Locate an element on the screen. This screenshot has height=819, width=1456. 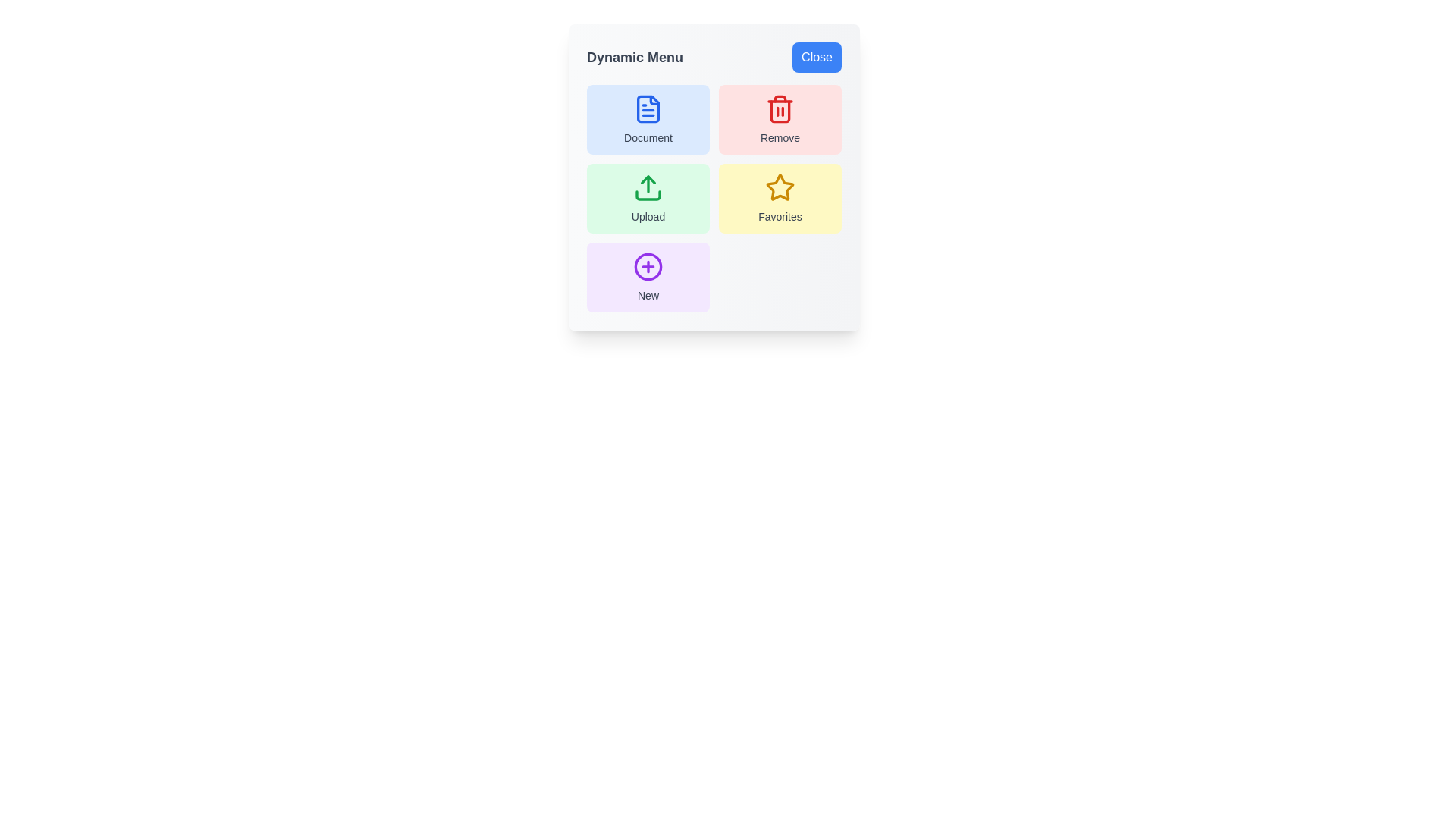
the top-left button in a 2x3 grid layout located centrally in a modal overlay is located at coordinates (648, 119).